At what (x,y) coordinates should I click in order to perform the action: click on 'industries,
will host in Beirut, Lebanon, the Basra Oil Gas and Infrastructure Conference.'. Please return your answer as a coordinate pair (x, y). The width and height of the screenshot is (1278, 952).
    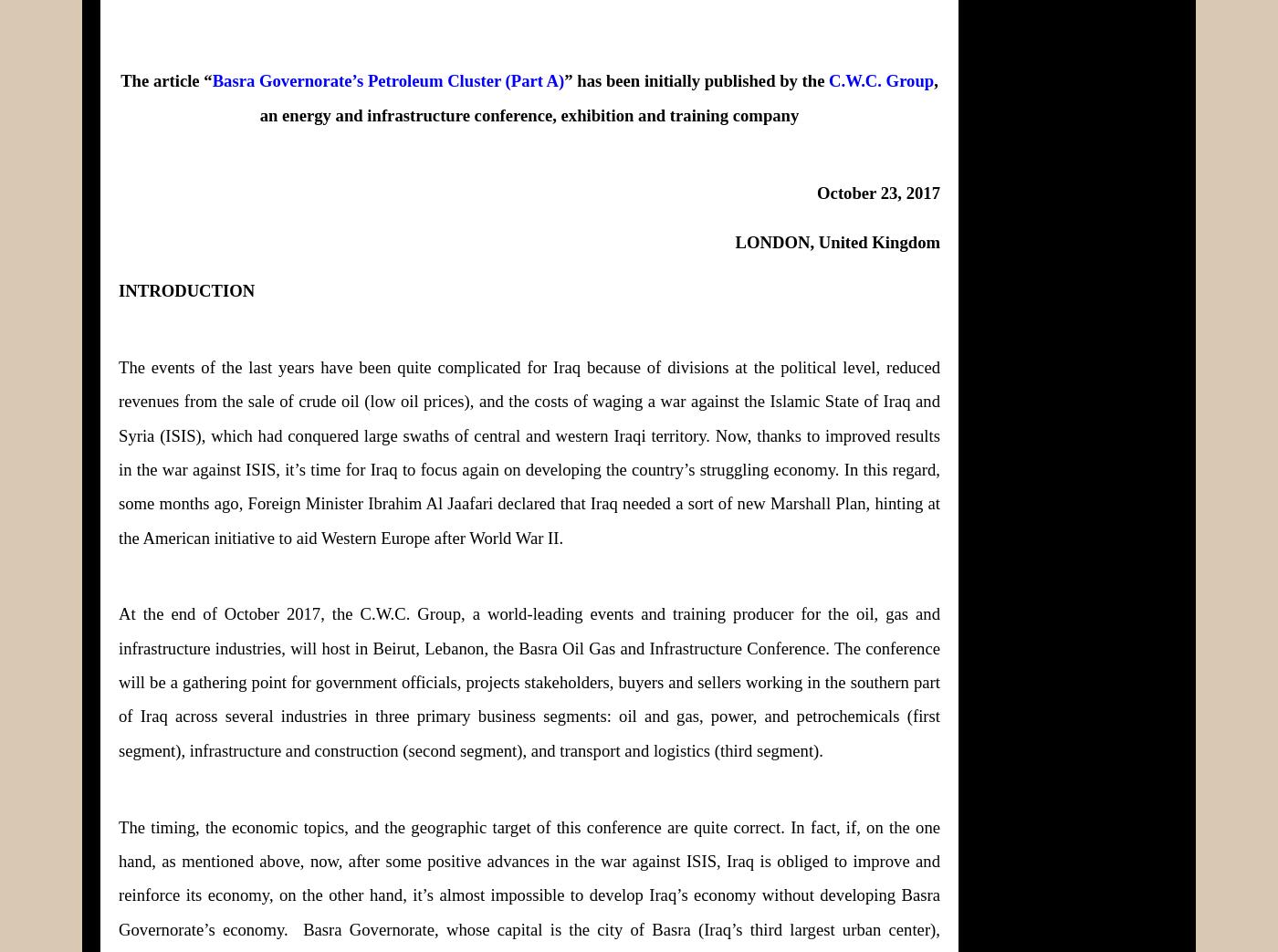
    Looking at the image, I should click on (521, 647).